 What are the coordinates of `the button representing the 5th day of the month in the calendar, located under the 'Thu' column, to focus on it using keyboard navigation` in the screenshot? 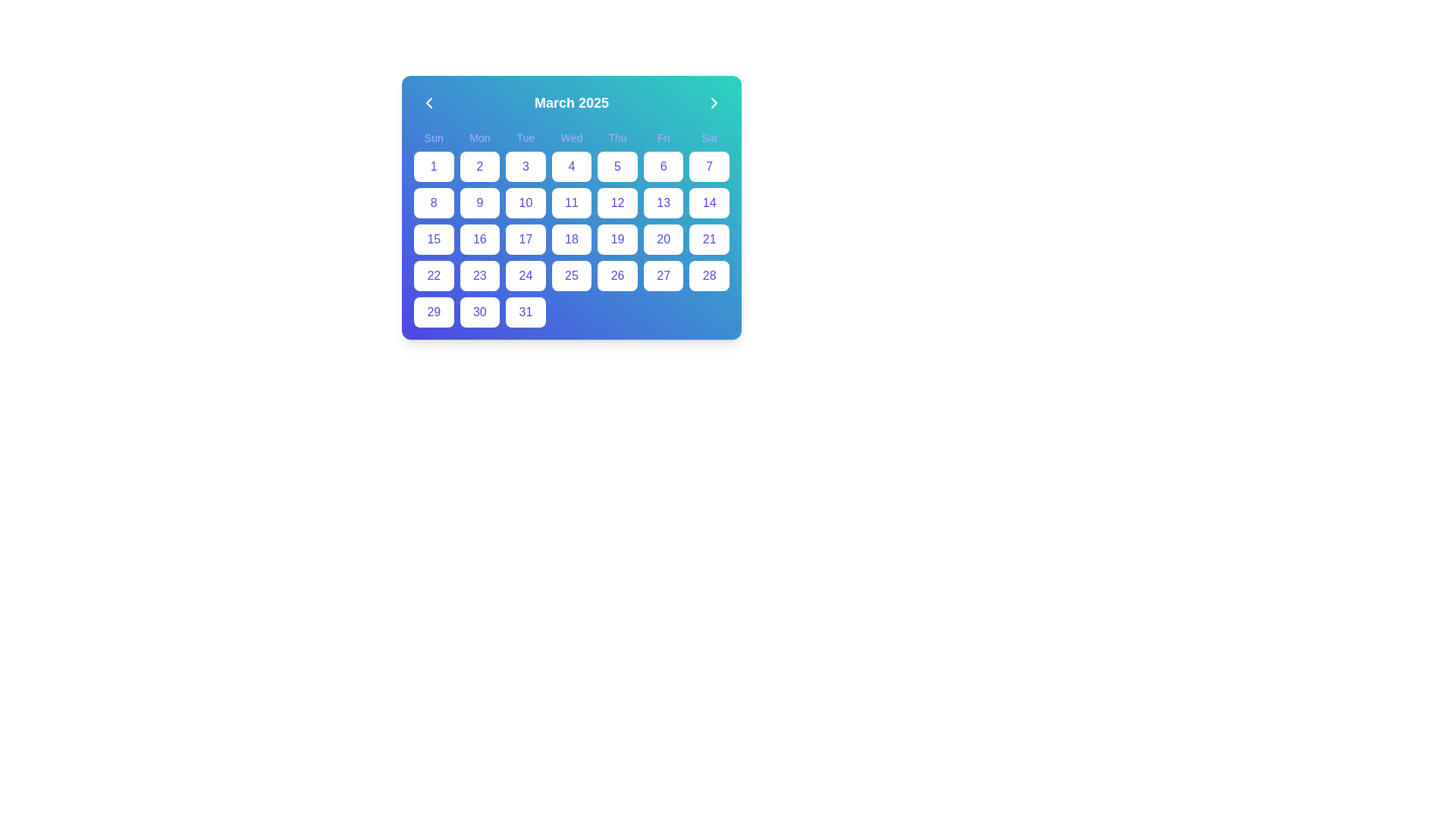 It's located at (617, 166).